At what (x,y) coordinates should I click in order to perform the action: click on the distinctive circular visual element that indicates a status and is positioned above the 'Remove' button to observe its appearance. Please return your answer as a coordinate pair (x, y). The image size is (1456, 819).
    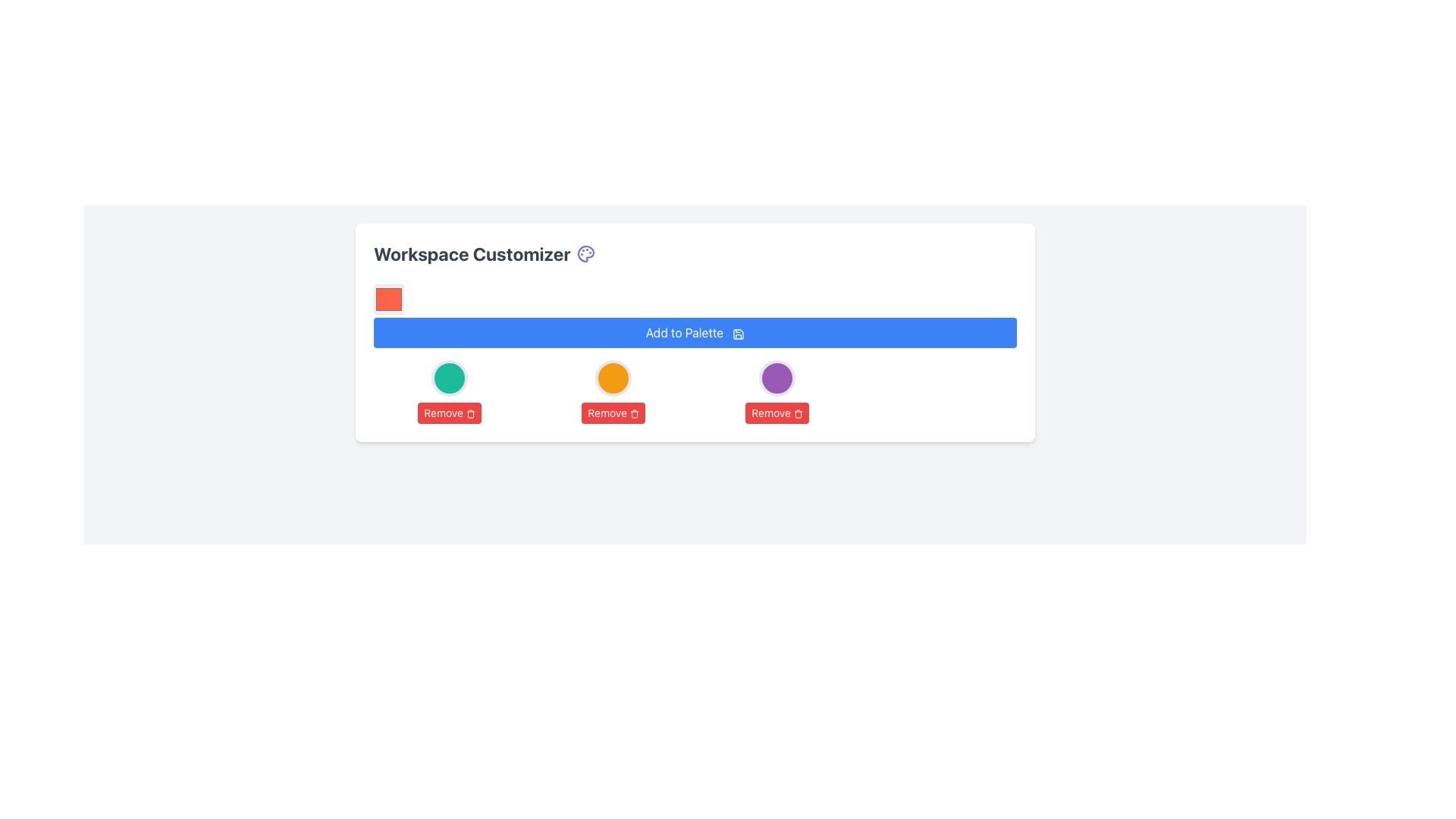
    Looking at the image, I should click on (449, 377).